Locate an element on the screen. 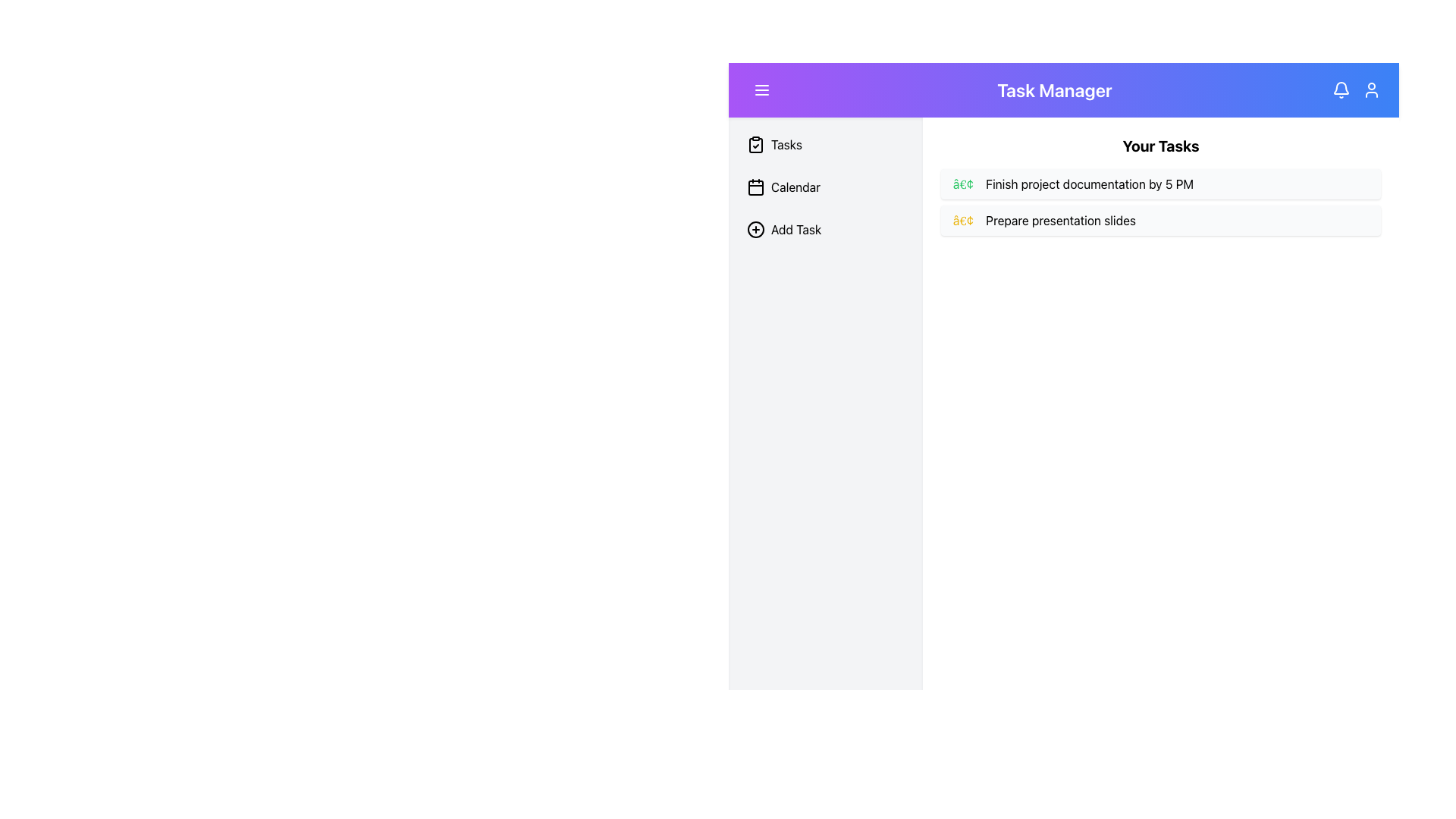  the task list item with the text 'Prepare presentation slides' is located at coordinates (1160, 220).